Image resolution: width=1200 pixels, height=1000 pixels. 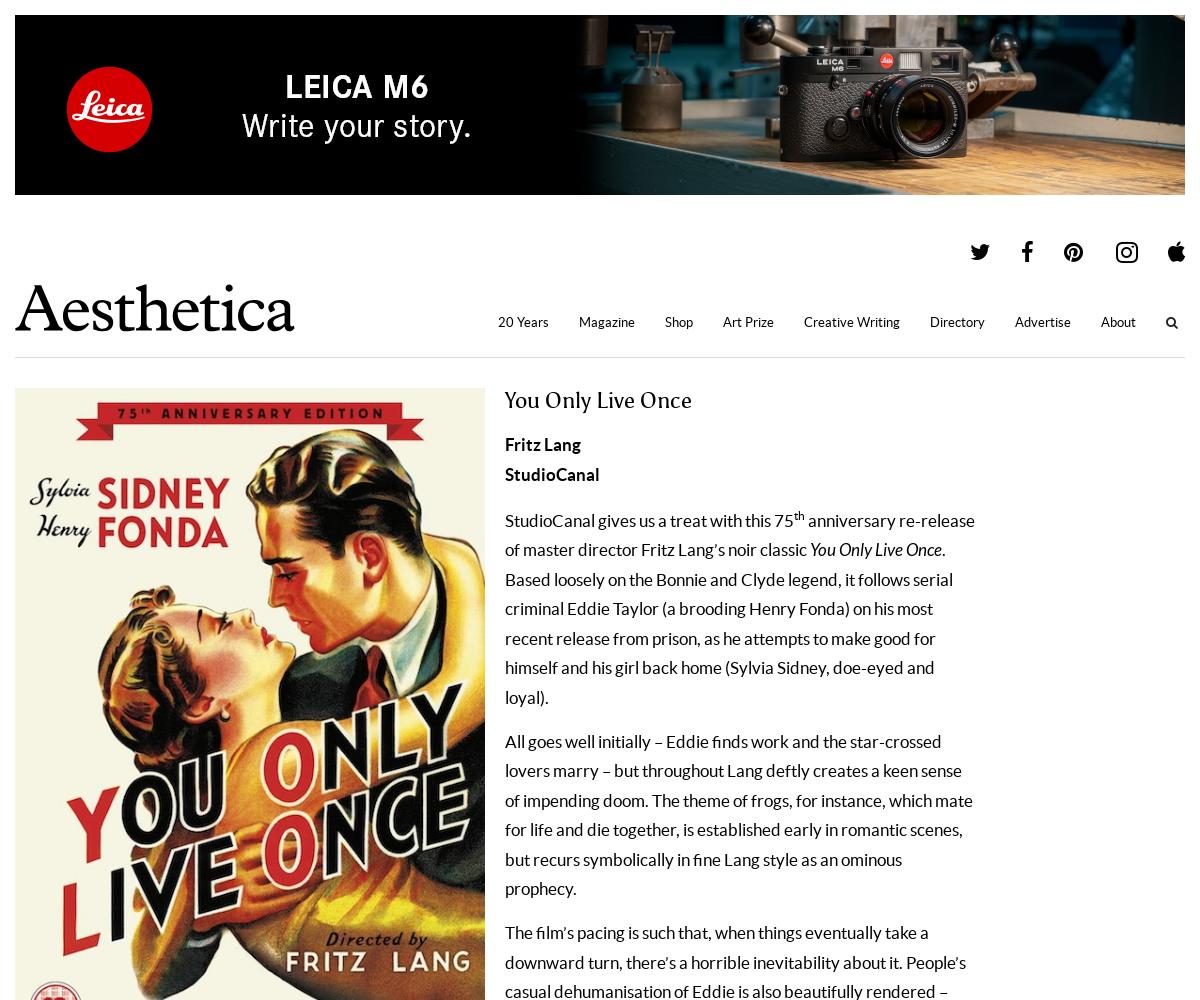 What do you see at coordinates (551, 473) in the screenshot?
I see `'StudioCanal'` at bounding box center [551, 473].